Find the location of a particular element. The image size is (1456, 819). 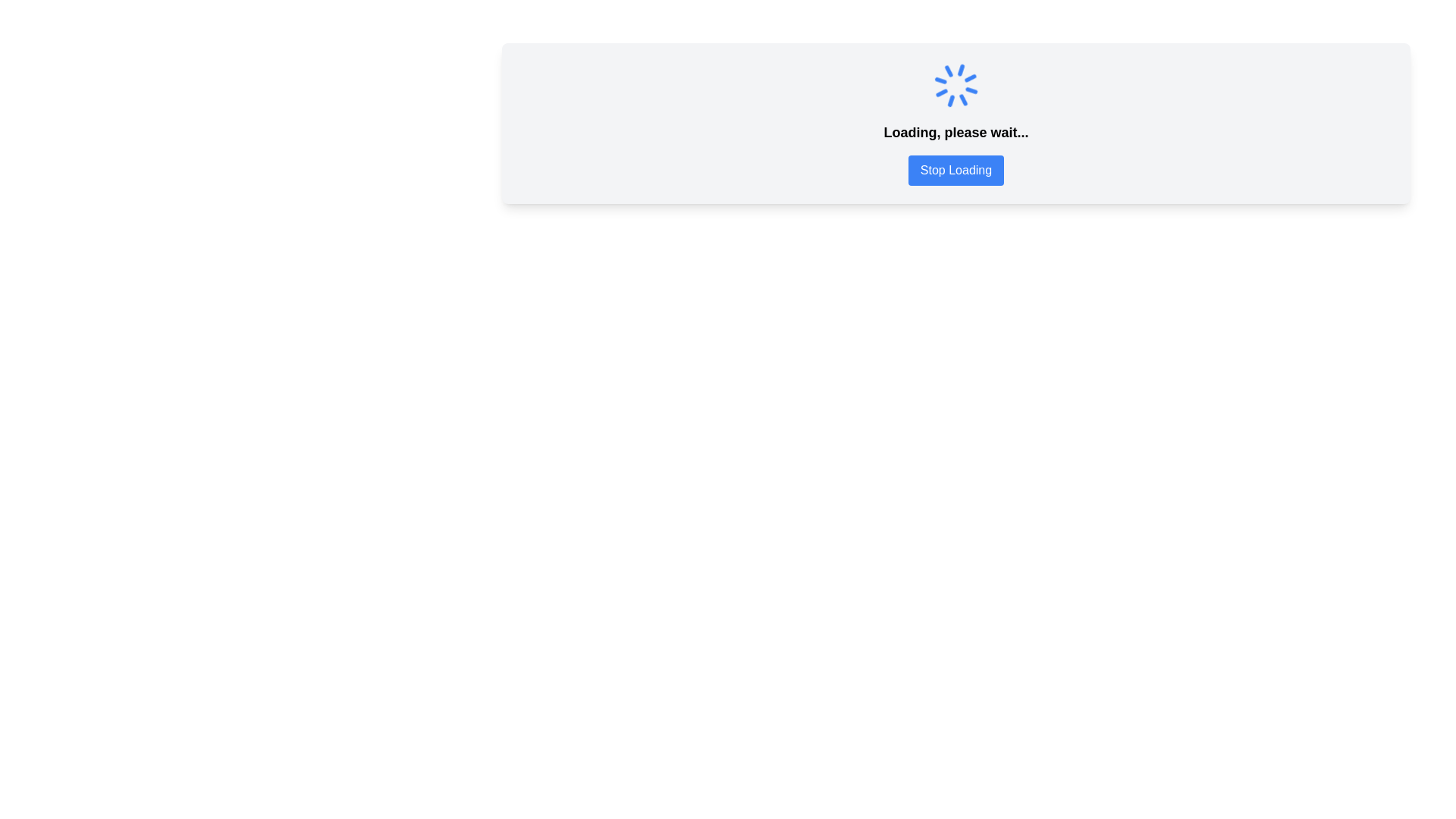

the rectangular blue button with white text reading 'Stop Loading' to change its color is located at coordinates (955, 170).